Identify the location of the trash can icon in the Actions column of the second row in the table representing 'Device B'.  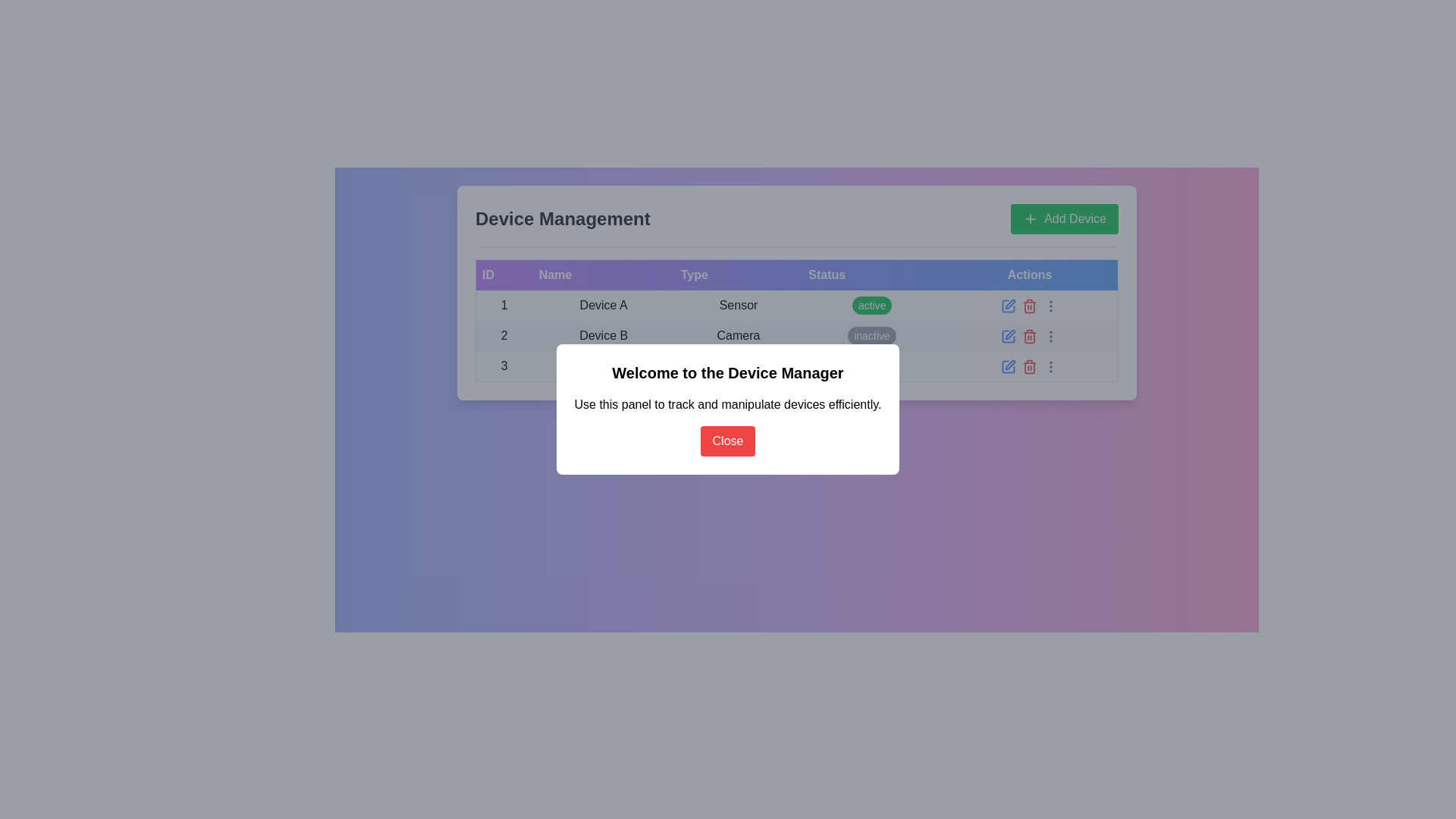
(1030, 335).